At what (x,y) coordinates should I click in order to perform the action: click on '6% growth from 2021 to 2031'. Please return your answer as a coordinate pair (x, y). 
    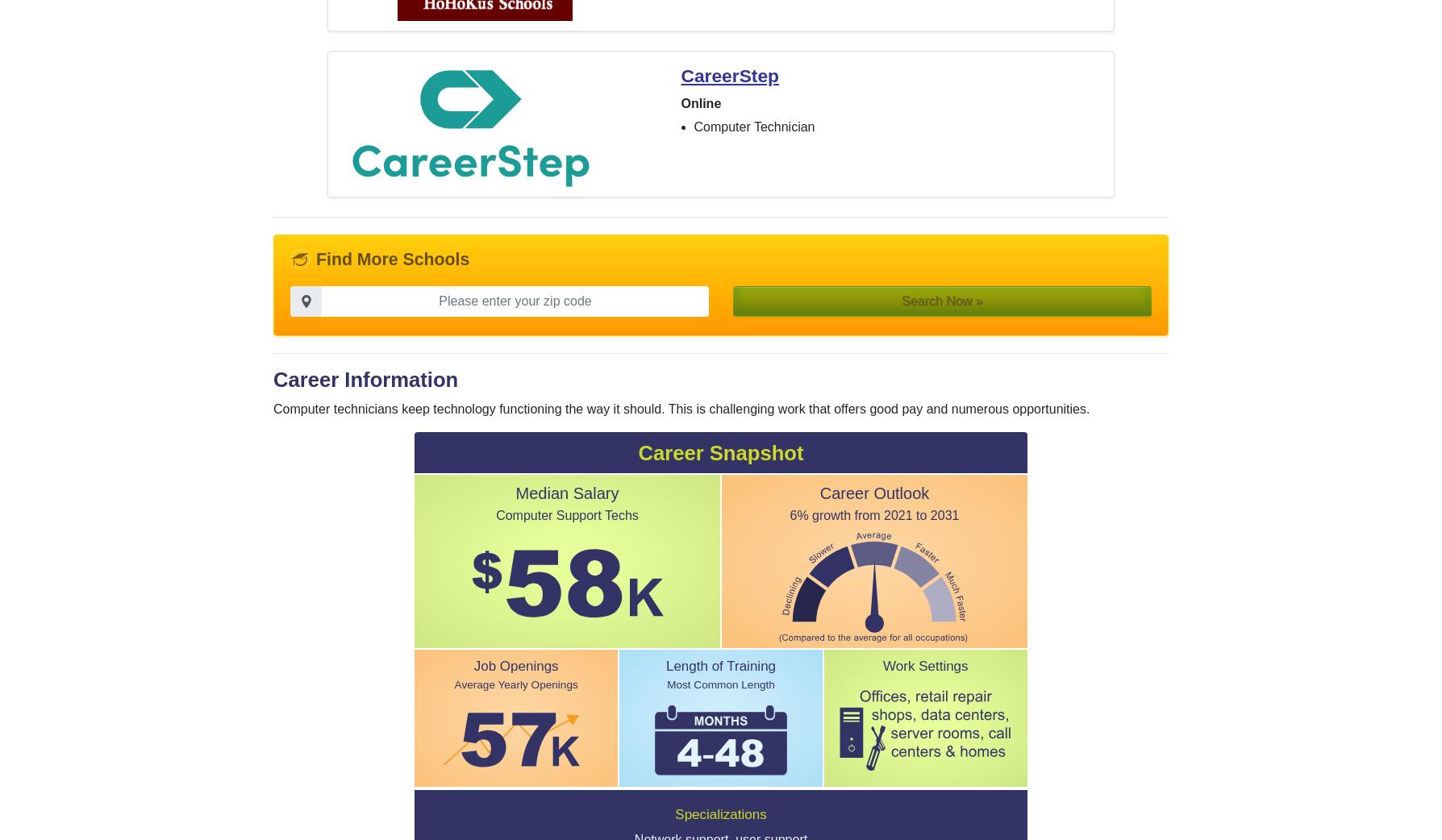
    Looking at the image, I should click on (874, 515).